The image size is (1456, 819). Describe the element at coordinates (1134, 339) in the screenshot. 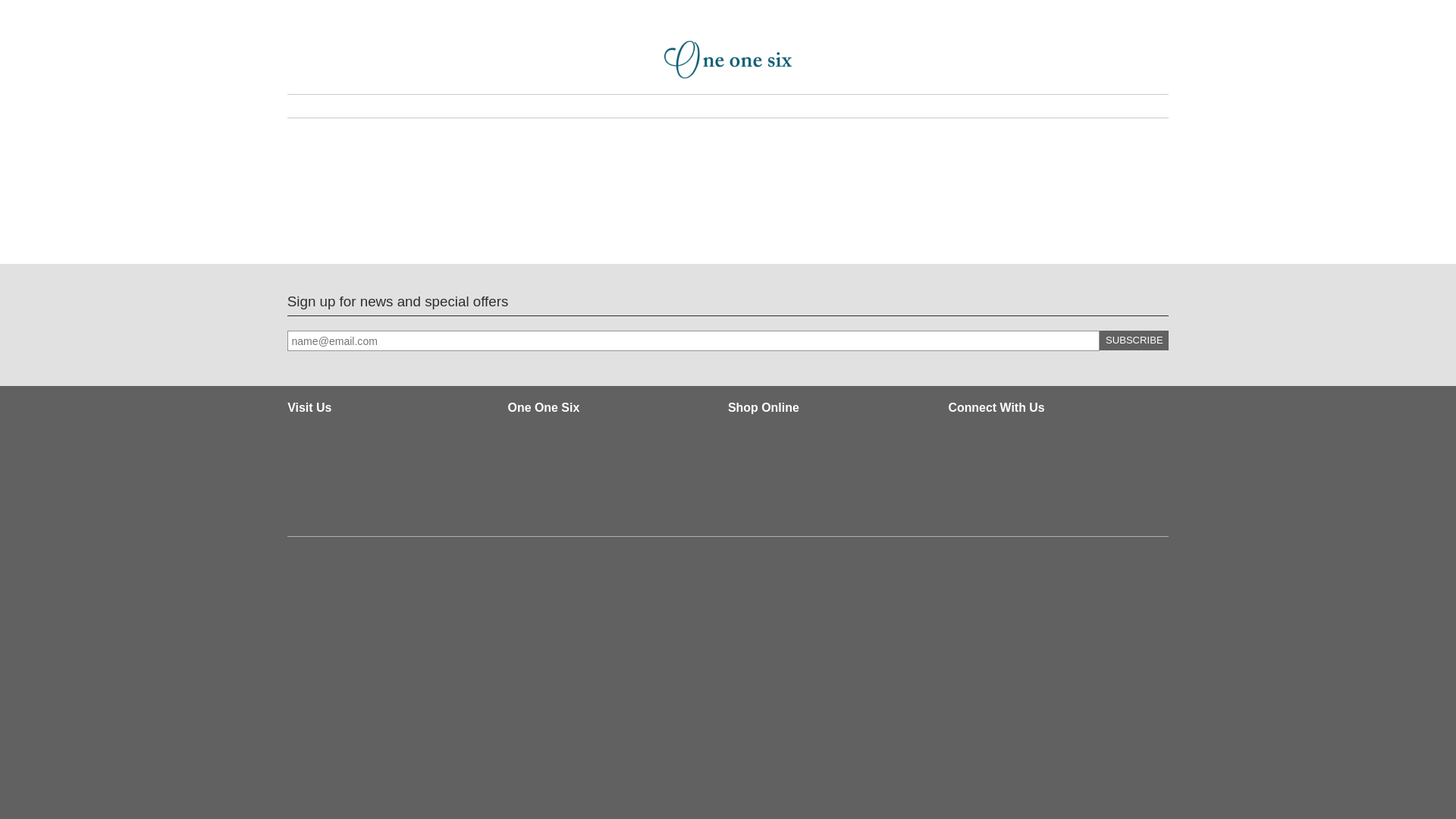

I see `'Subscribe'` at that location.